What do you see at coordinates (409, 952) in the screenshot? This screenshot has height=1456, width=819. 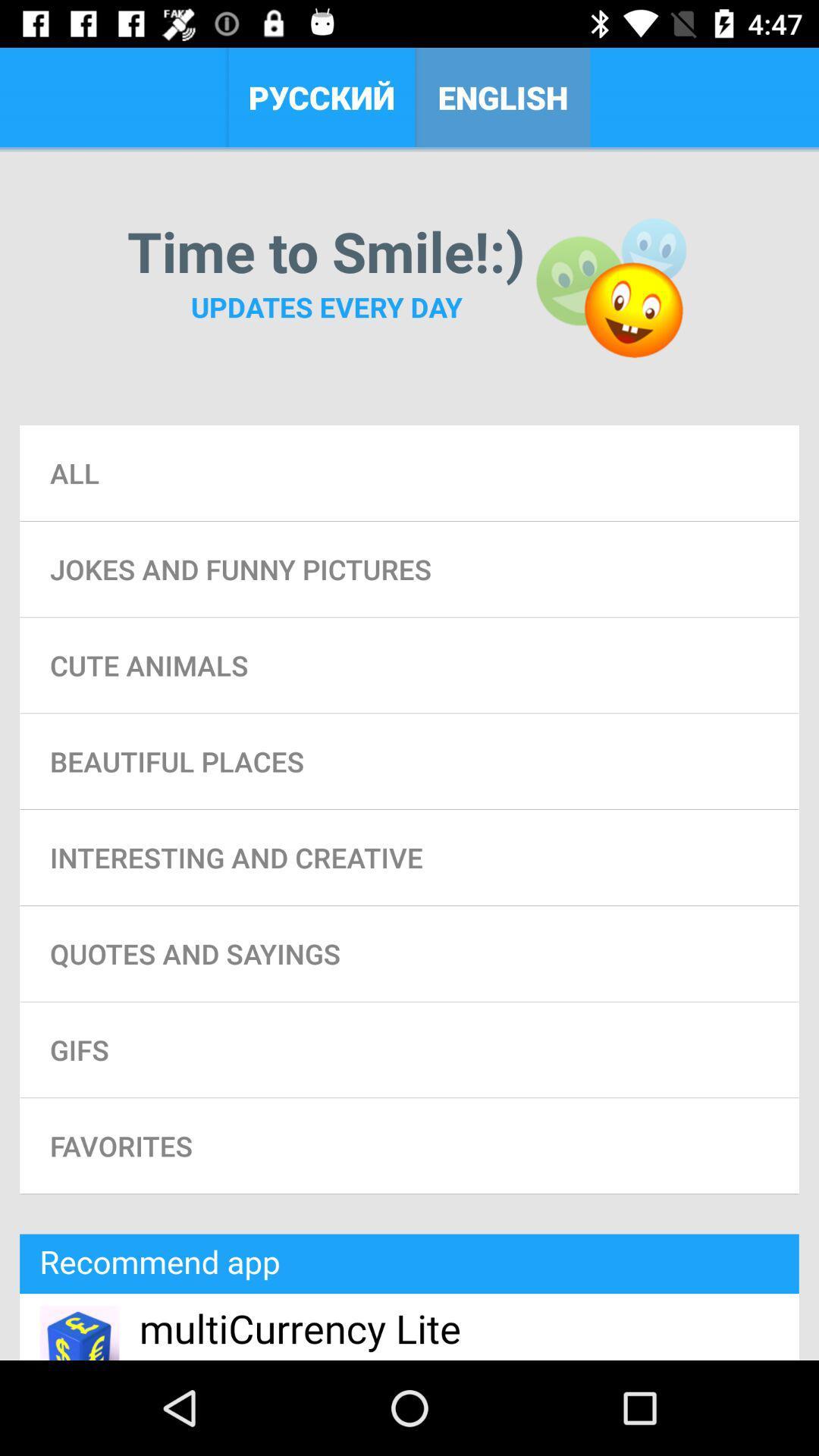 I see `the icon below the interesting and creative item` at bounding box center [409, 952].